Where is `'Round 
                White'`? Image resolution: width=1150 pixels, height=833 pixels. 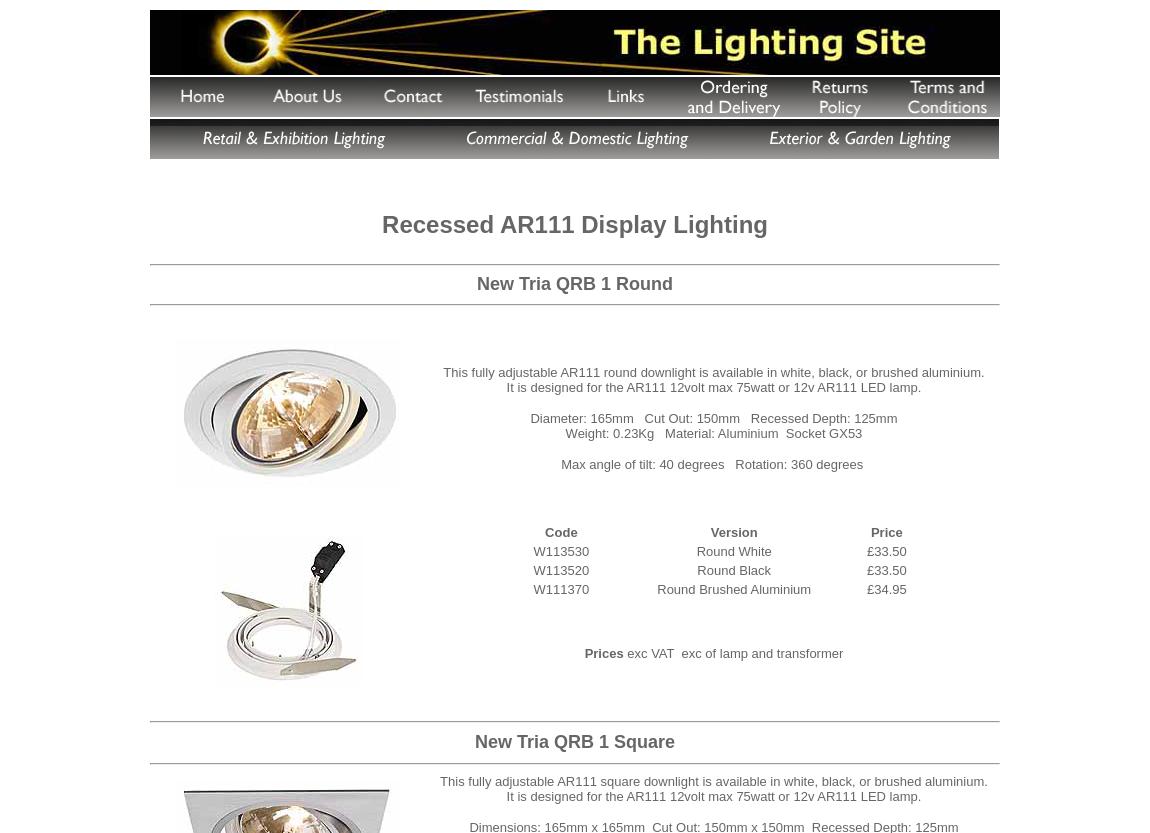 'Round 
                White' is located at coordinates (732, 549).